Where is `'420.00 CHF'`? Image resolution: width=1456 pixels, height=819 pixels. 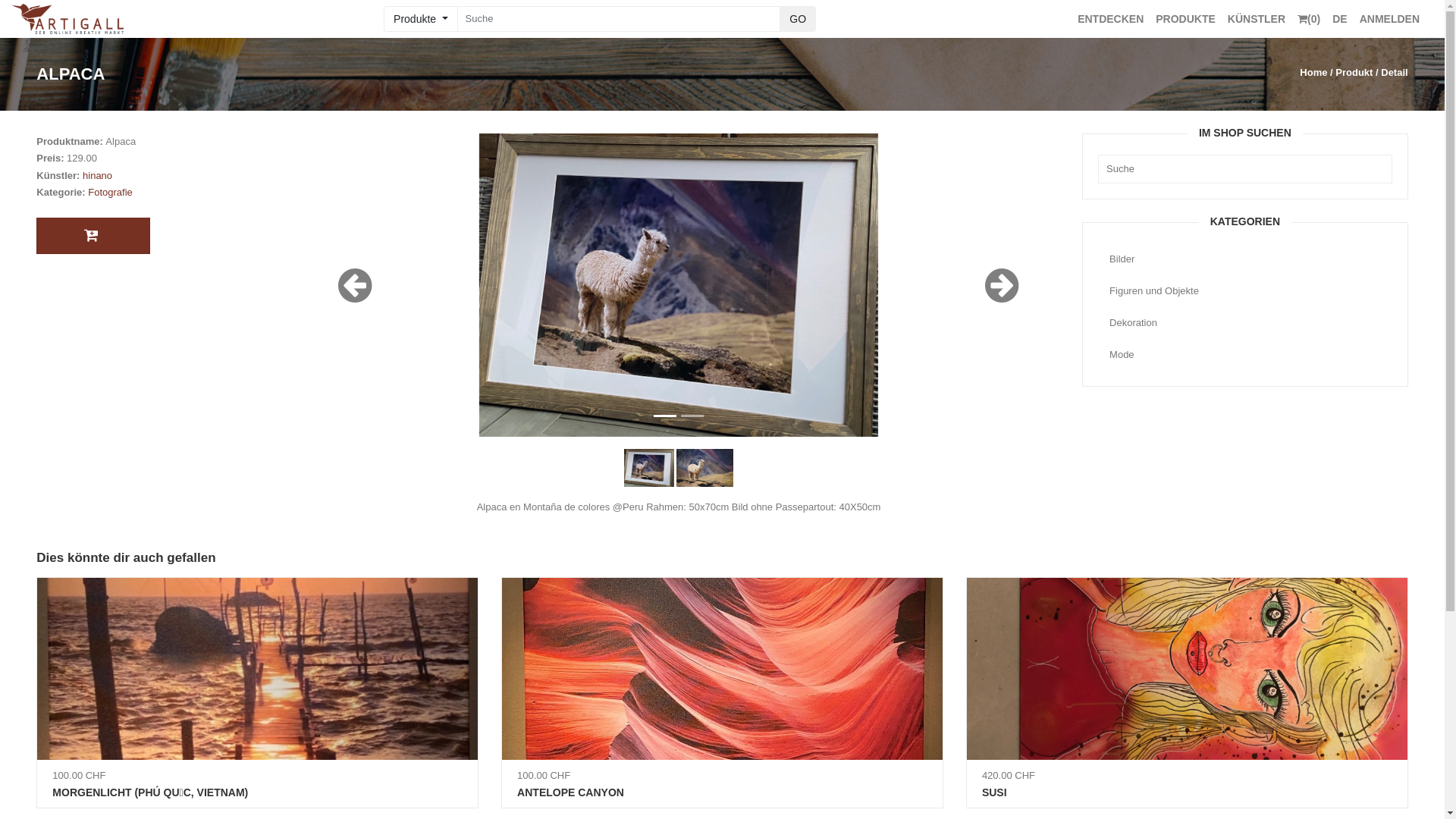 '420.00 CHF' is located at coordinates (1186, 680).